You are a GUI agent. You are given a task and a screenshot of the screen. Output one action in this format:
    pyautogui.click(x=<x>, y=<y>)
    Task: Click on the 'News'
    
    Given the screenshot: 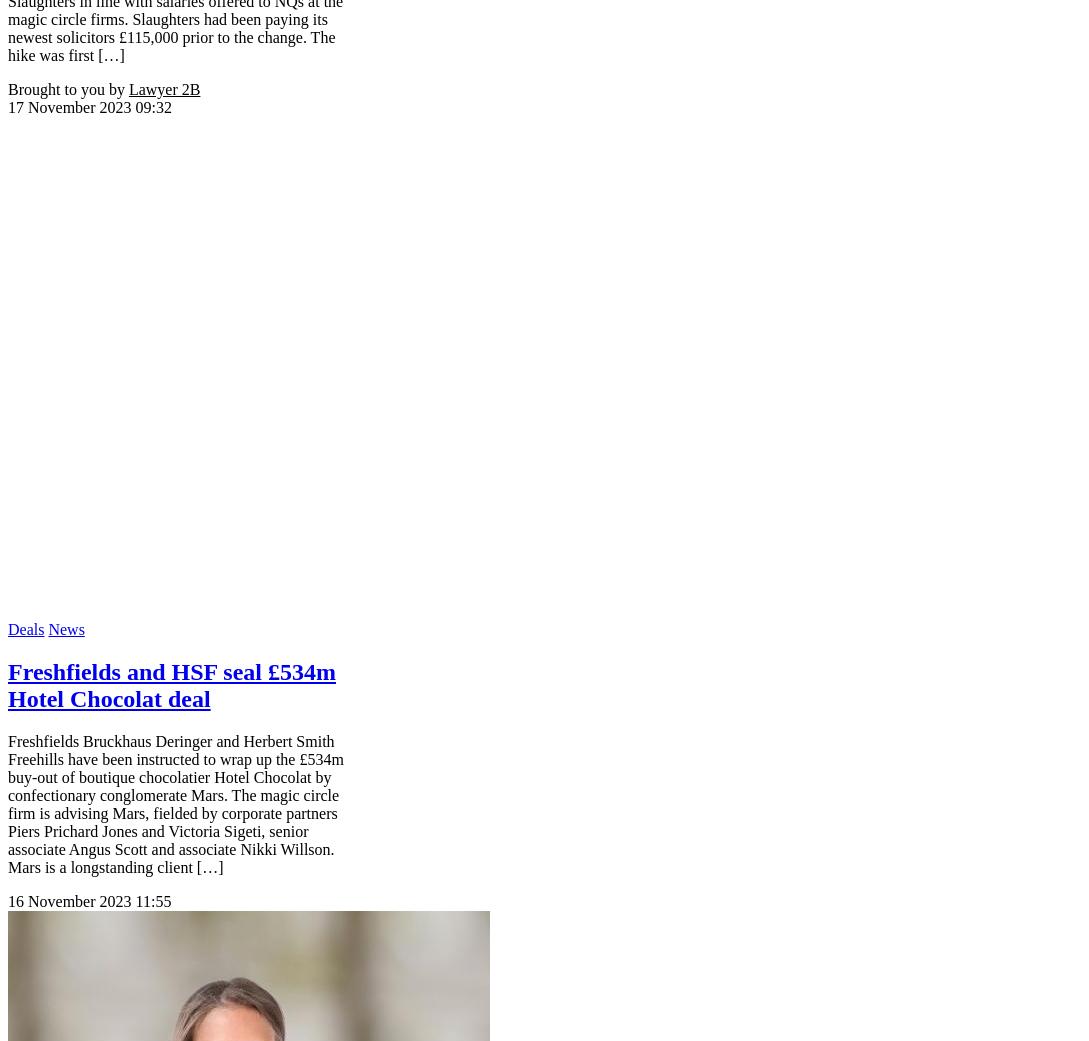 What is the action you would take?
    pyautogui.click(x=65, y=627)
    